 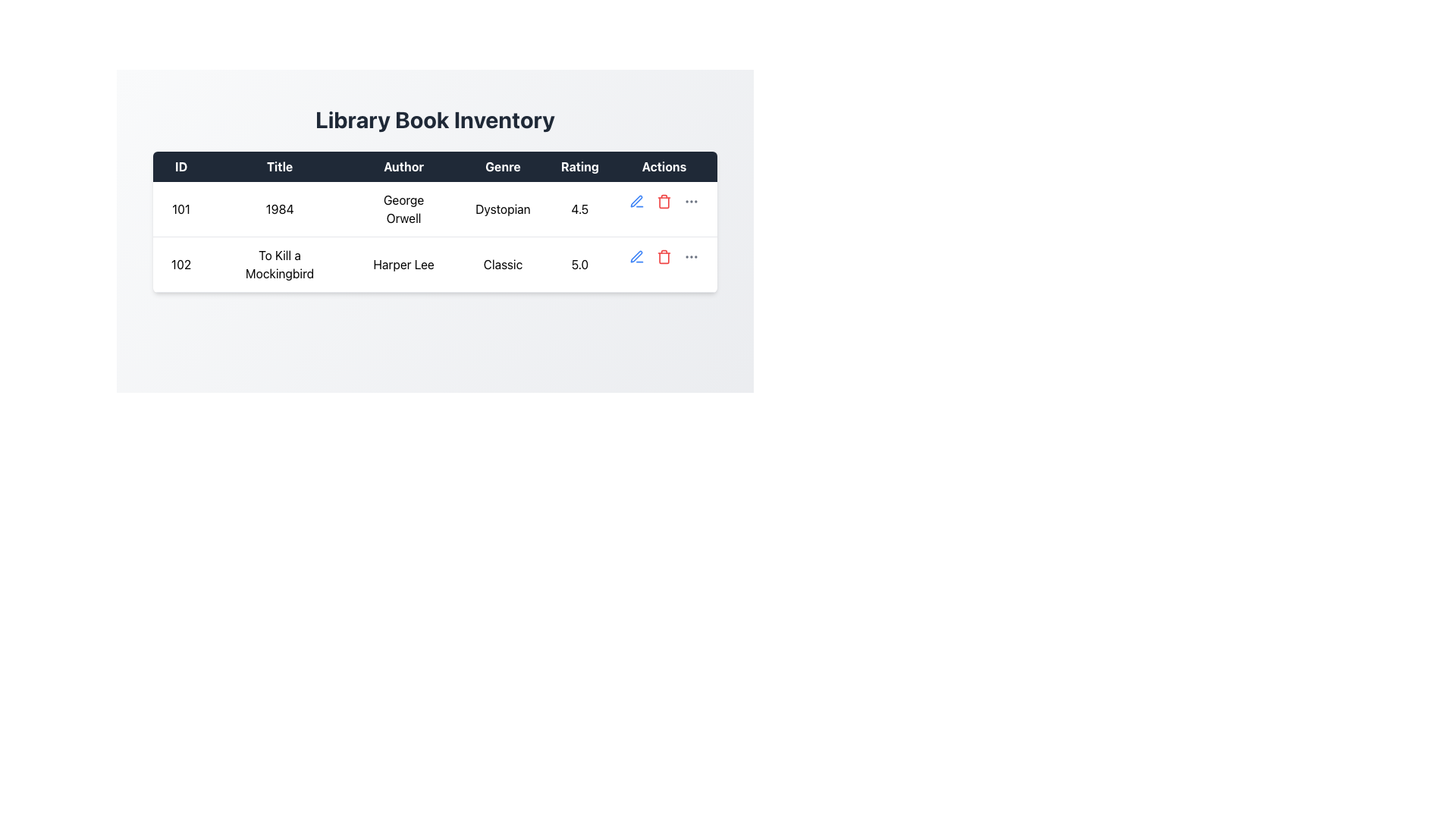 What do you see at coordinates (503, 263) in the screenshot?
I see `the static text label that indicates the genre of the book 'To Kill a Mockingbird' in the second row of the table` at bounding box center [503, 263].